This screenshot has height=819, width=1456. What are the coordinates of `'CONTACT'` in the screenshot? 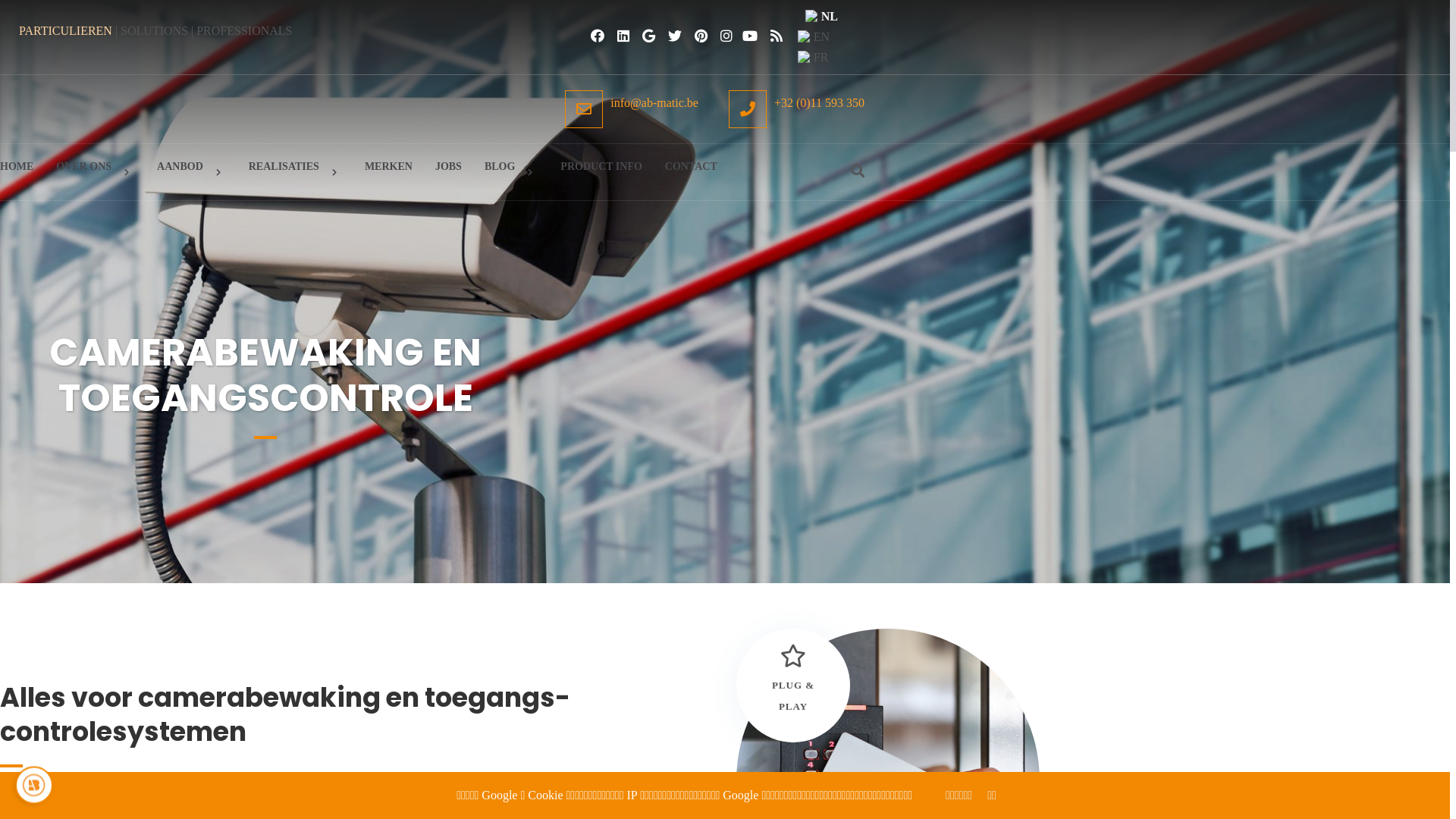 It's located at (665, 166).